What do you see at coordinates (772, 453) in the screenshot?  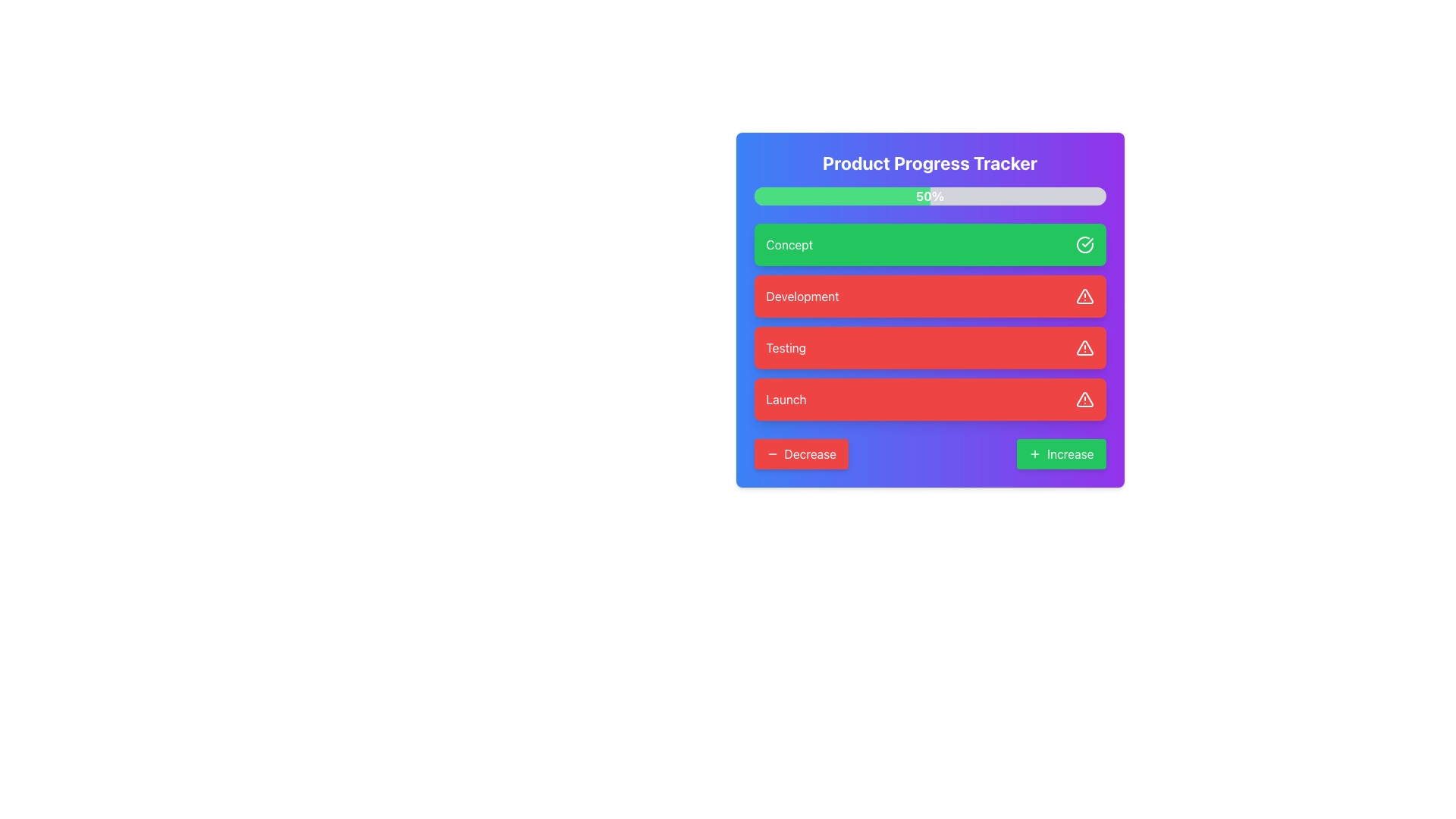 I see `the 'Decrease' button icon located at the bottom-left corner of the panel, which serves as a visual indicator to decrement a numerical value` at bounding box center [772, 453].